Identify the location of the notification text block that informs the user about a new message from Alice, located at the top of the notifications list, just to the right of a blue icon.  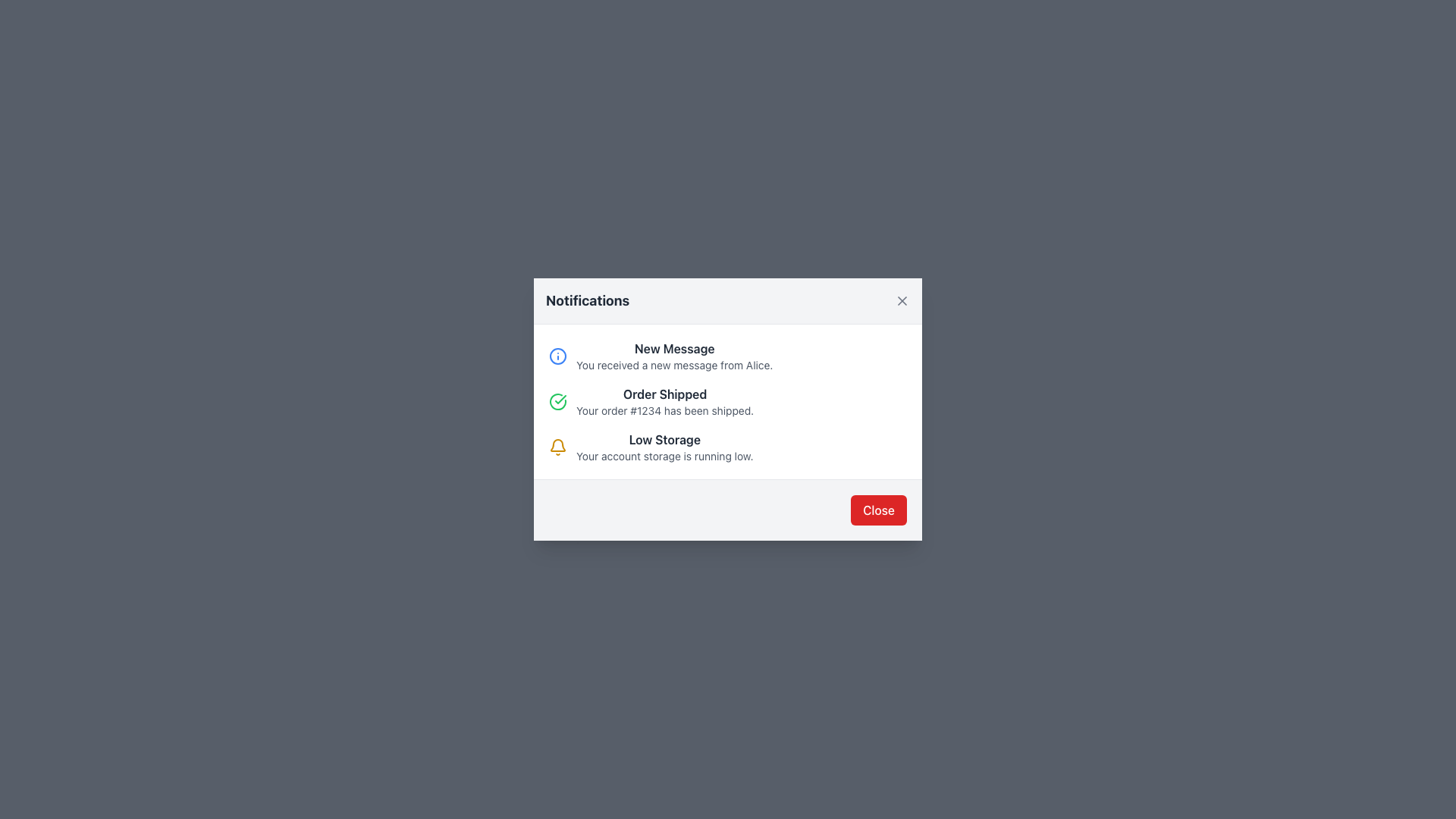
(673, 356).